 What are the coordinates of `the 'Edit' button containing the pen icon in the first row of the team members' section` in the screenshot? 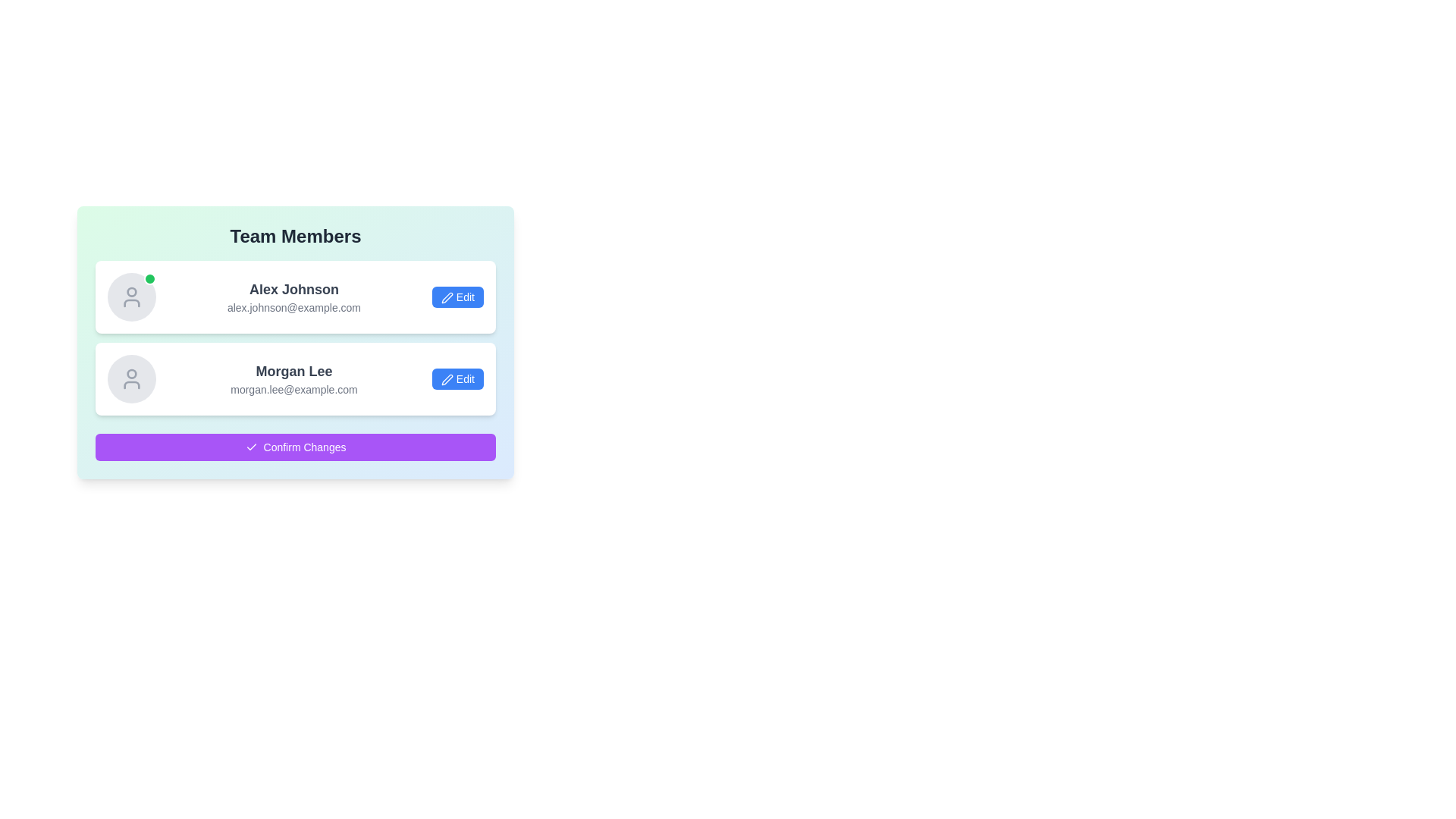 It's located at (447, 298).